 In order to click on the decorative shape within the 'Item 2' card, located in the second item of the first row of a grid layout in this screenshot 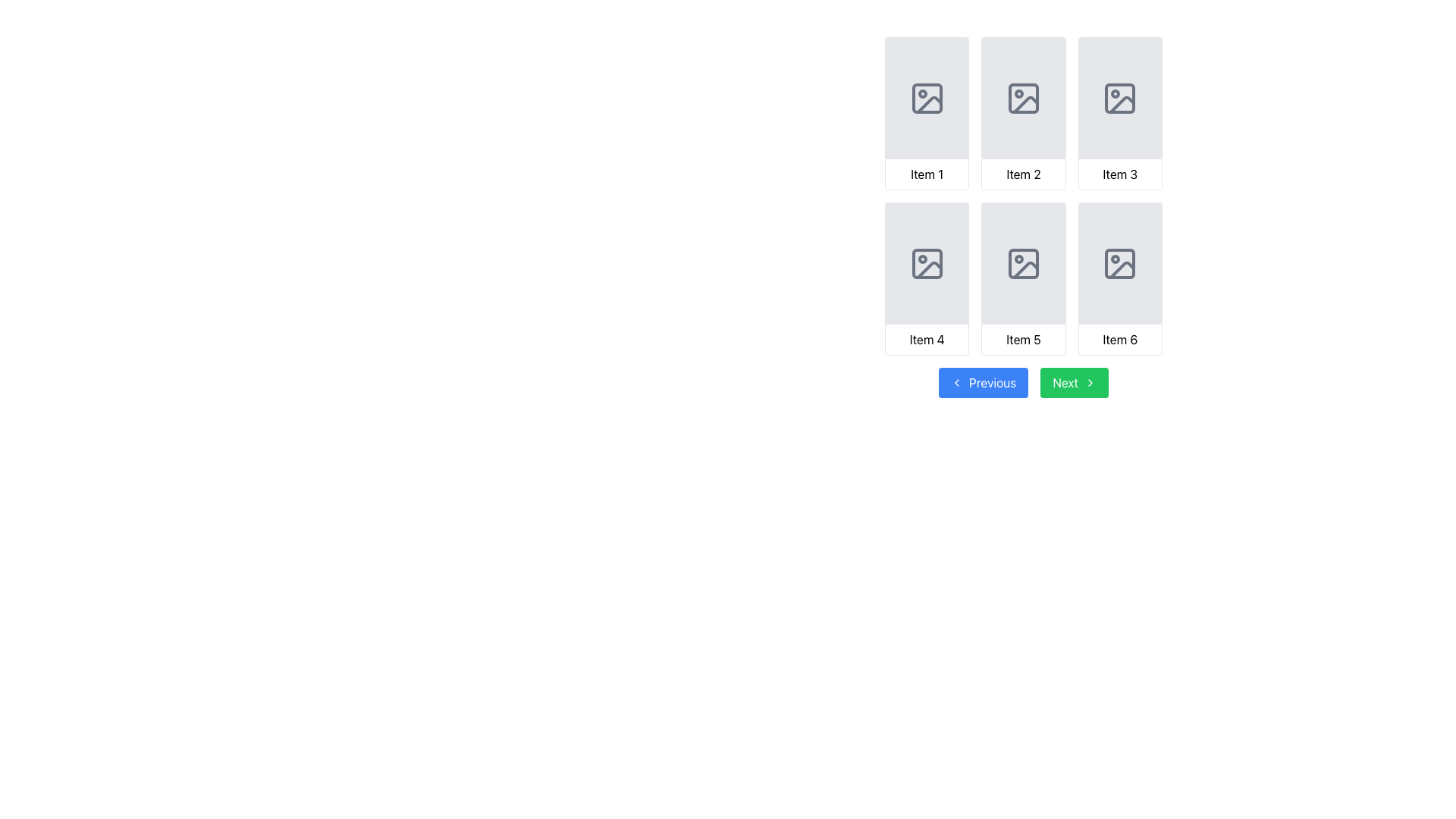, I will do `click(1023, 99)`.